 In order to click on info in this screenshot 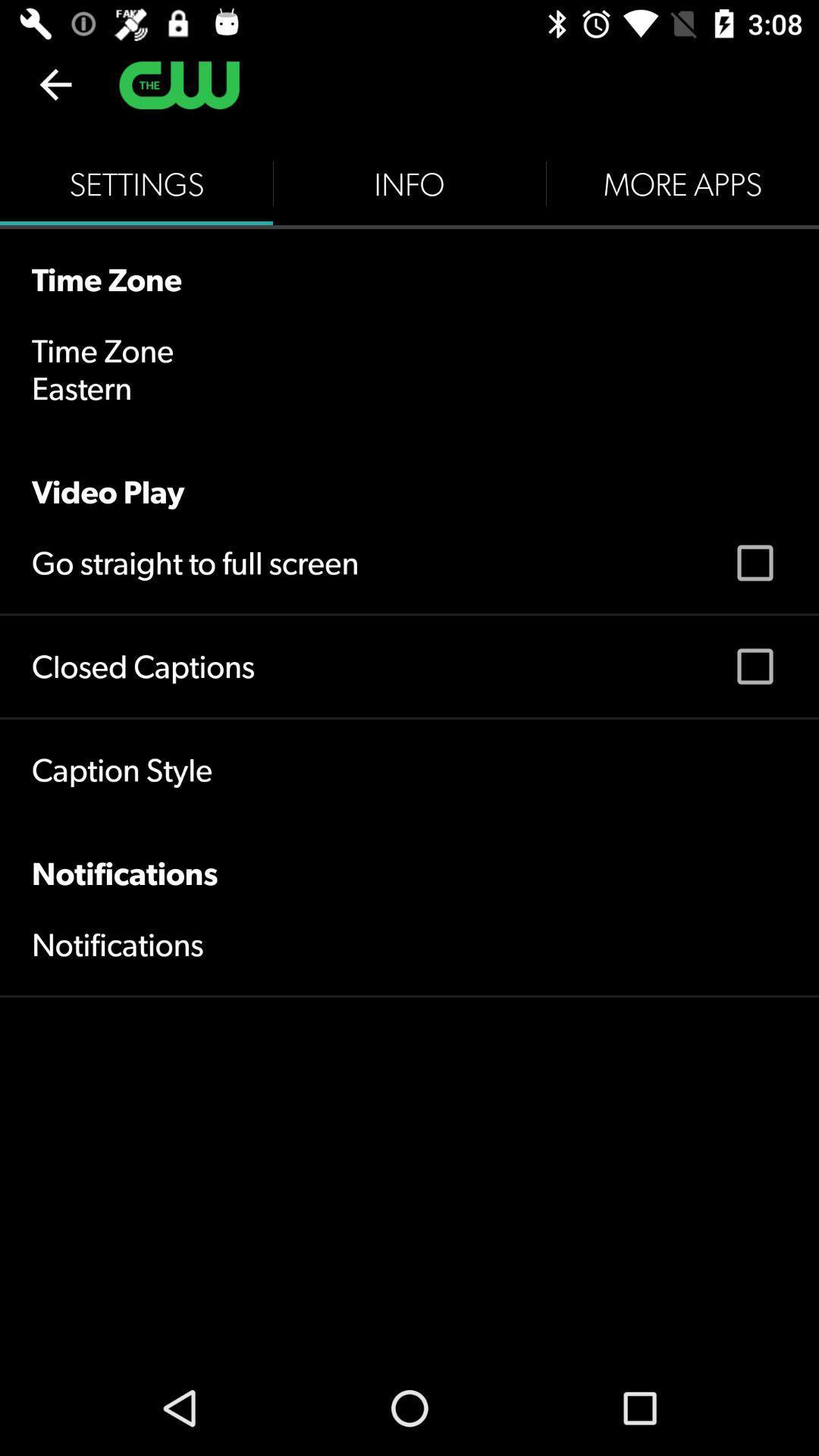, I will do `click(409, 184)`.